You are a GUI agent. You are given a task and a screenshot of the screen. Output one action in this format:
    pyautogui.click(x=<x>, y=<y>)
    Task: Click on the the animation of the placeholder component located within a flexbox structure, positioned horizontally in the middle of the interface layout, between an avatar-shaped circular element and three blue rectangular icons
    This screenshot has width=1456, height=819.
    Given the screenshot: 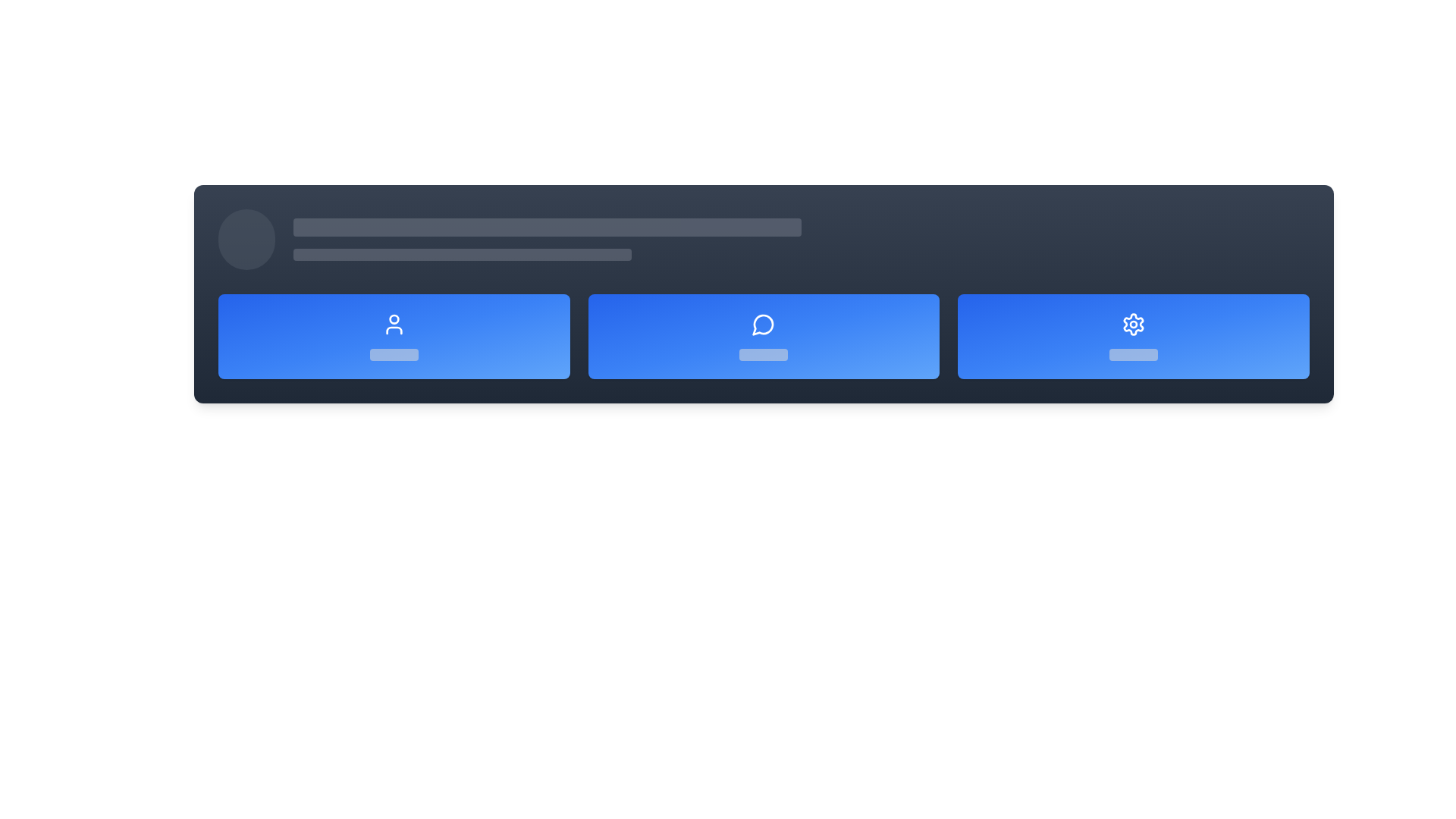 What is the action you would take?
    pyautogui.click(x=800, y=239)
    